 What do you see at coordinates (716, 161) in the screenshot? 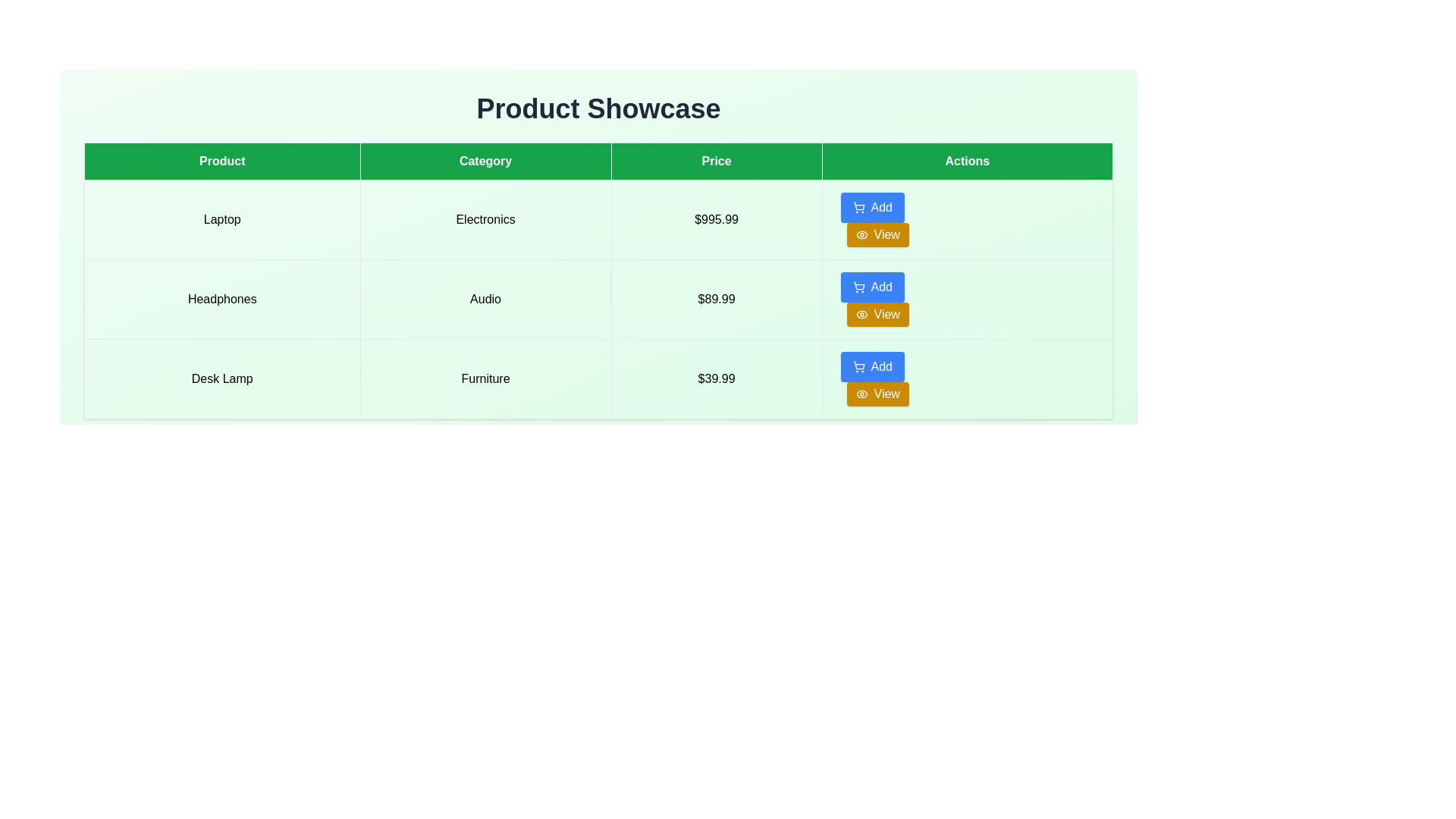
I see `the 'Price' Table Header, which has a green background and white text, located in the topmost row of the table, third from the left` at bounding box center [716, 161].